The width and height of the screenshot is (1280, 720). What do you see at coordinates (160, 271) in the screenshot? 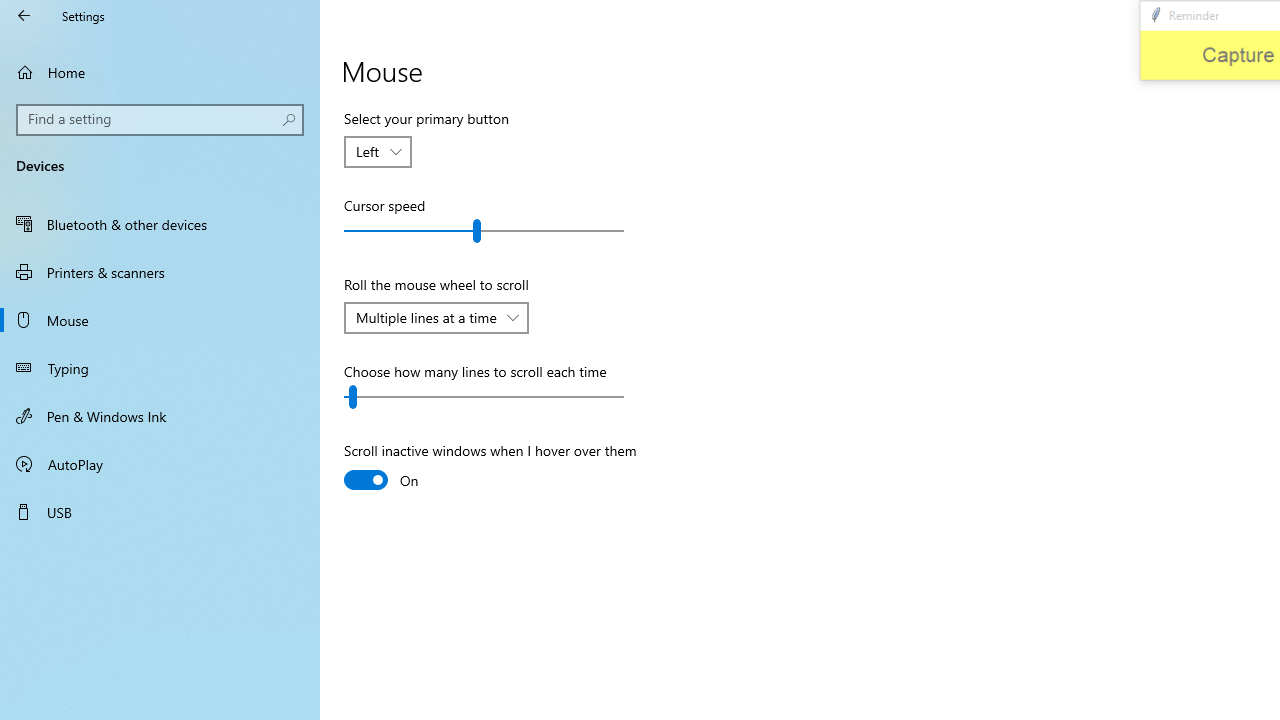
I see `'Printers & scanners'` at bounding box center [160, 271].